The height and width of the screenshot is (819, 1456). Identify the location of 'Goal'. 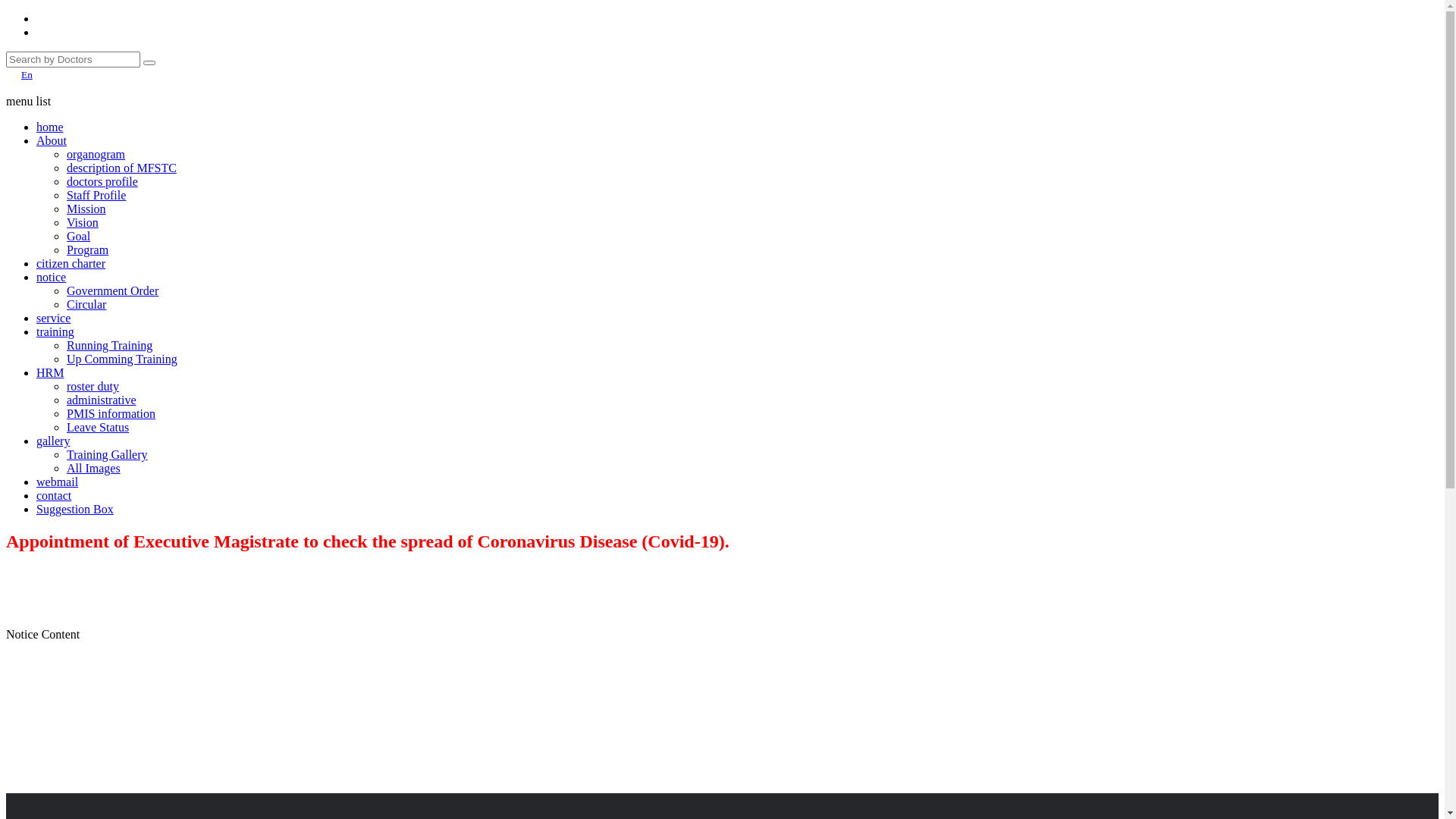
(77, 236).